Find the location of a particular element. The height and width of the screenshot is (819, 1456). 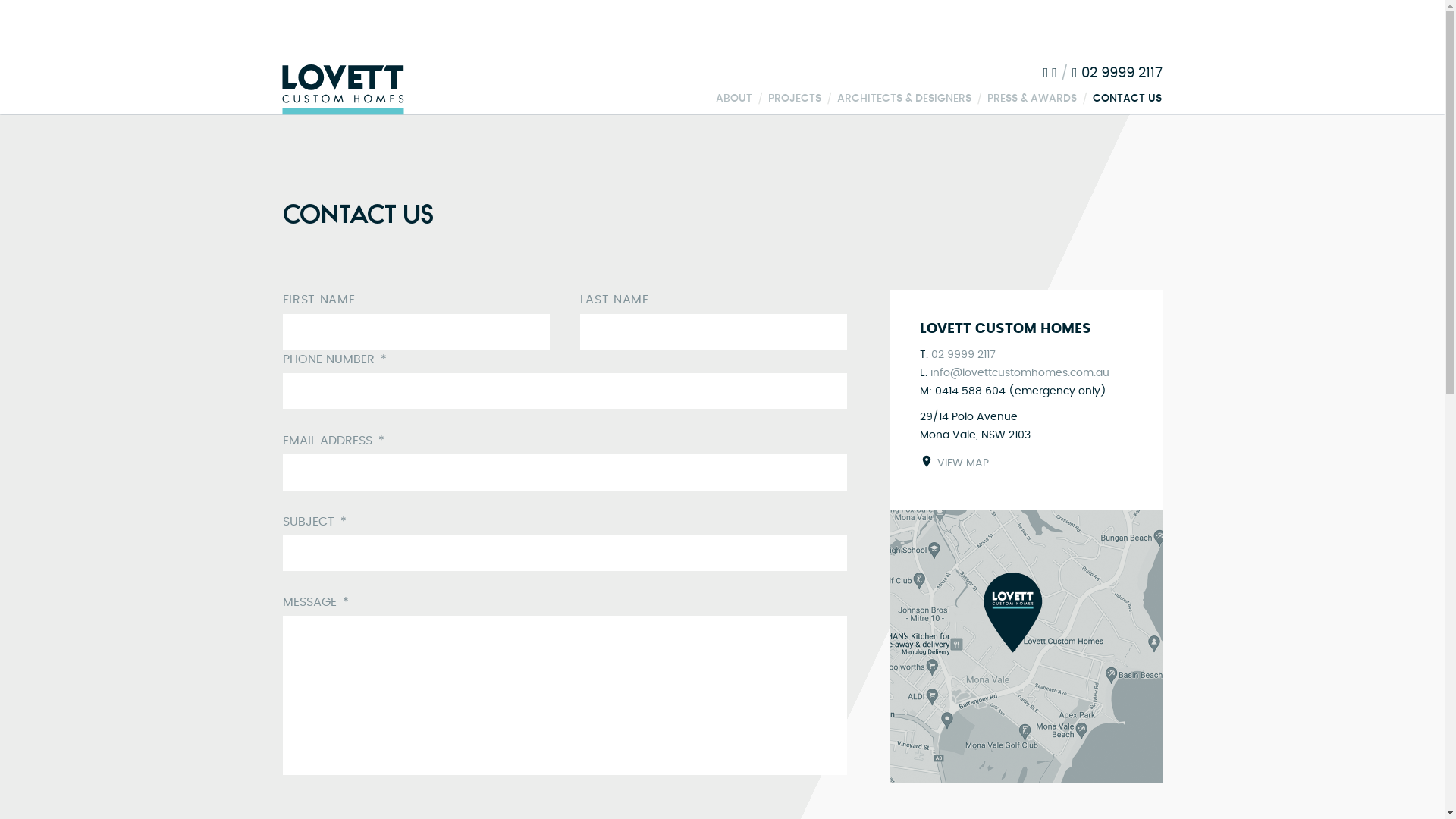

'PRESS & AWARDS' is located at coordinates (987, 98).